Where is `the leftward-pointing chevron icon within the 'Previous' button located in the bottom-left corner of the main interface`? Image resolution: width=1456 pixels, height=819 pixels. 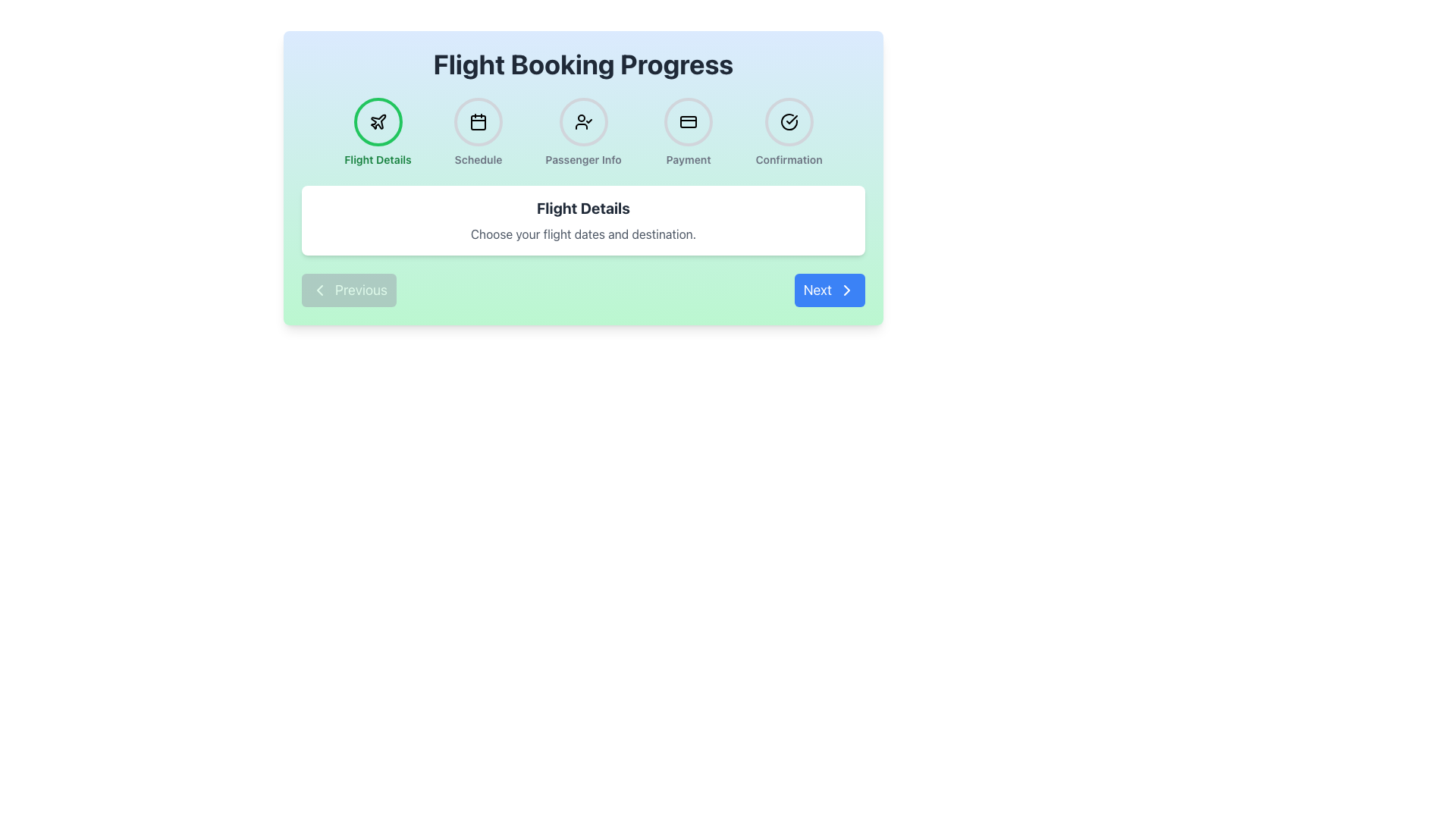
the leftward-pointing chevron icon within the 'Previous' button located in the bottom-left corner of the main interface is located at coordinates (319, 290).